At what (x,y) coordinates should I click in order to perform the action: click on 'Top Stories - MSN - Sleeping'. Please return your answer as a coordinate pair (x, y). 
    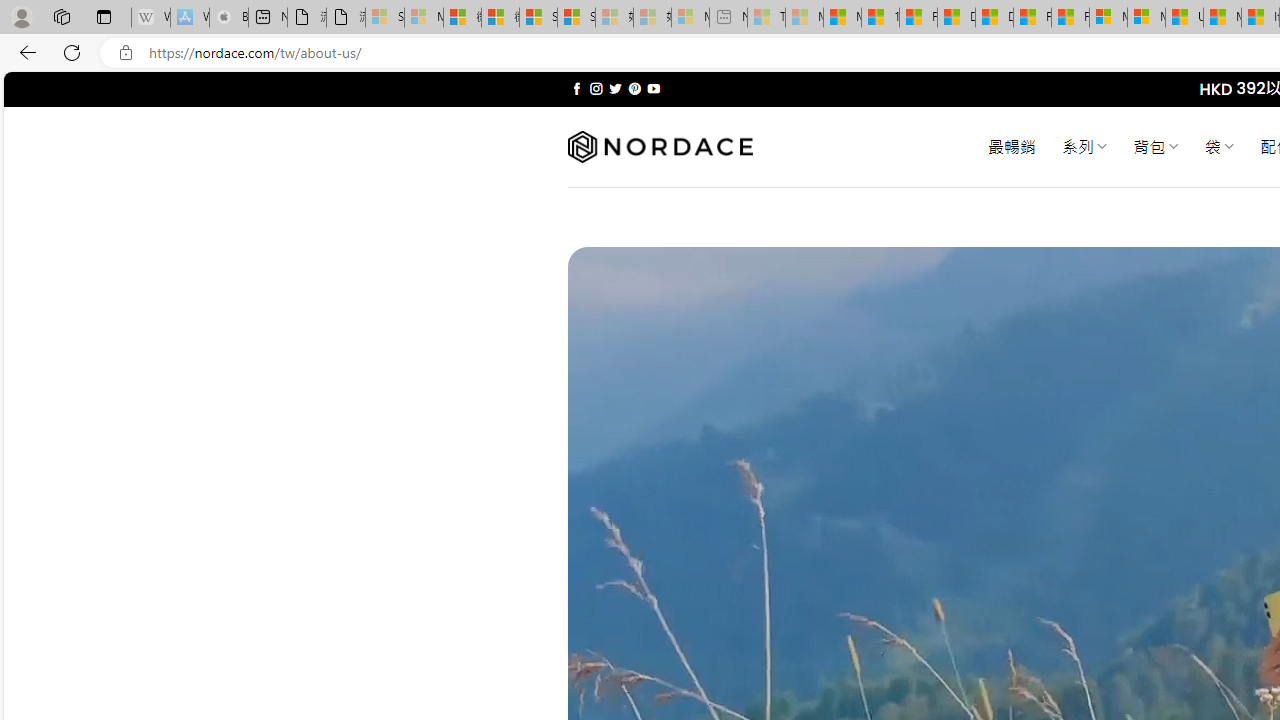
    Looking at the image, I should click on (765, 17).